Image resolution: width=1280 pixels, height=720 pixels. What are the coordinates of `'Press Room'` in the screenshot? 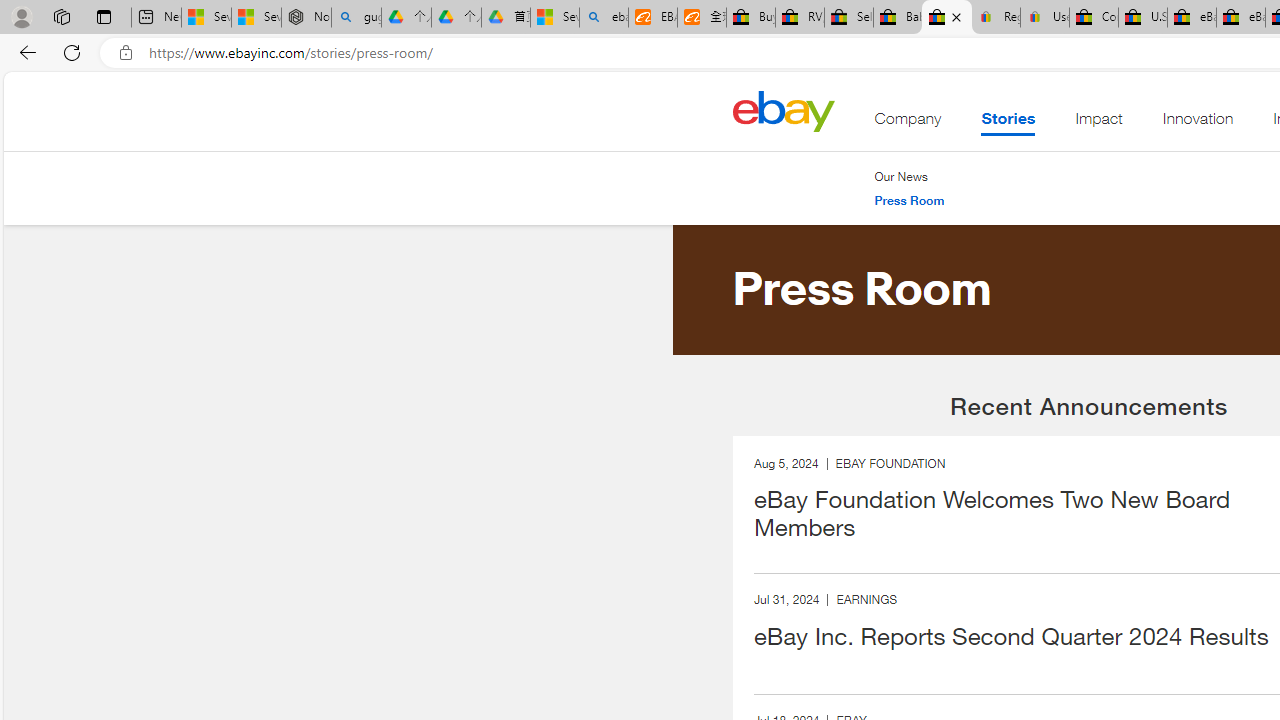 It's located at (908, 201).